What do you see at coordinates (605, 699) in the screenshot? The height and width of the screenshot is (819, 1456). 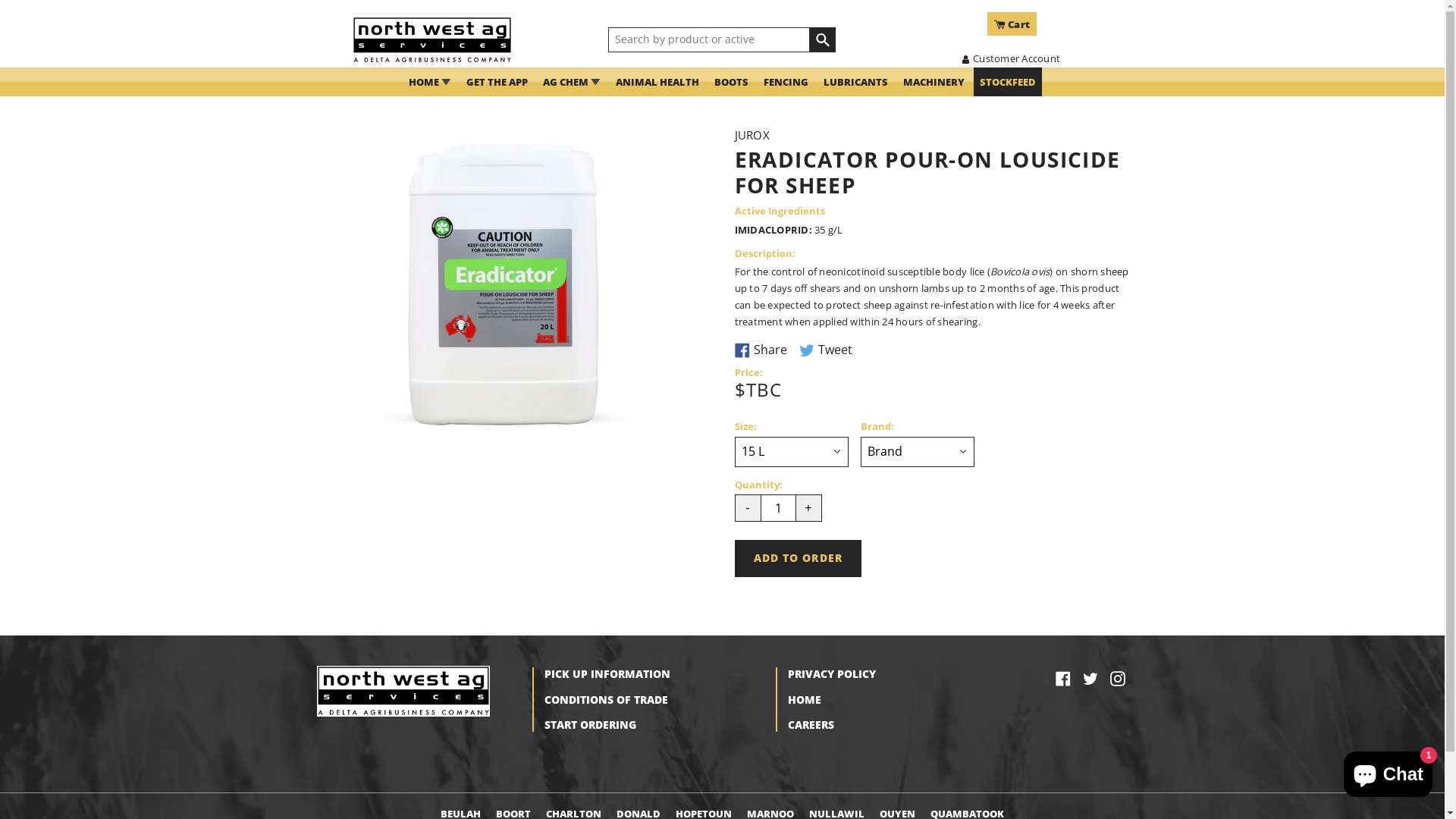 I see `'CONDITIONS OF TRADE'` at bounding box center [605, 699].